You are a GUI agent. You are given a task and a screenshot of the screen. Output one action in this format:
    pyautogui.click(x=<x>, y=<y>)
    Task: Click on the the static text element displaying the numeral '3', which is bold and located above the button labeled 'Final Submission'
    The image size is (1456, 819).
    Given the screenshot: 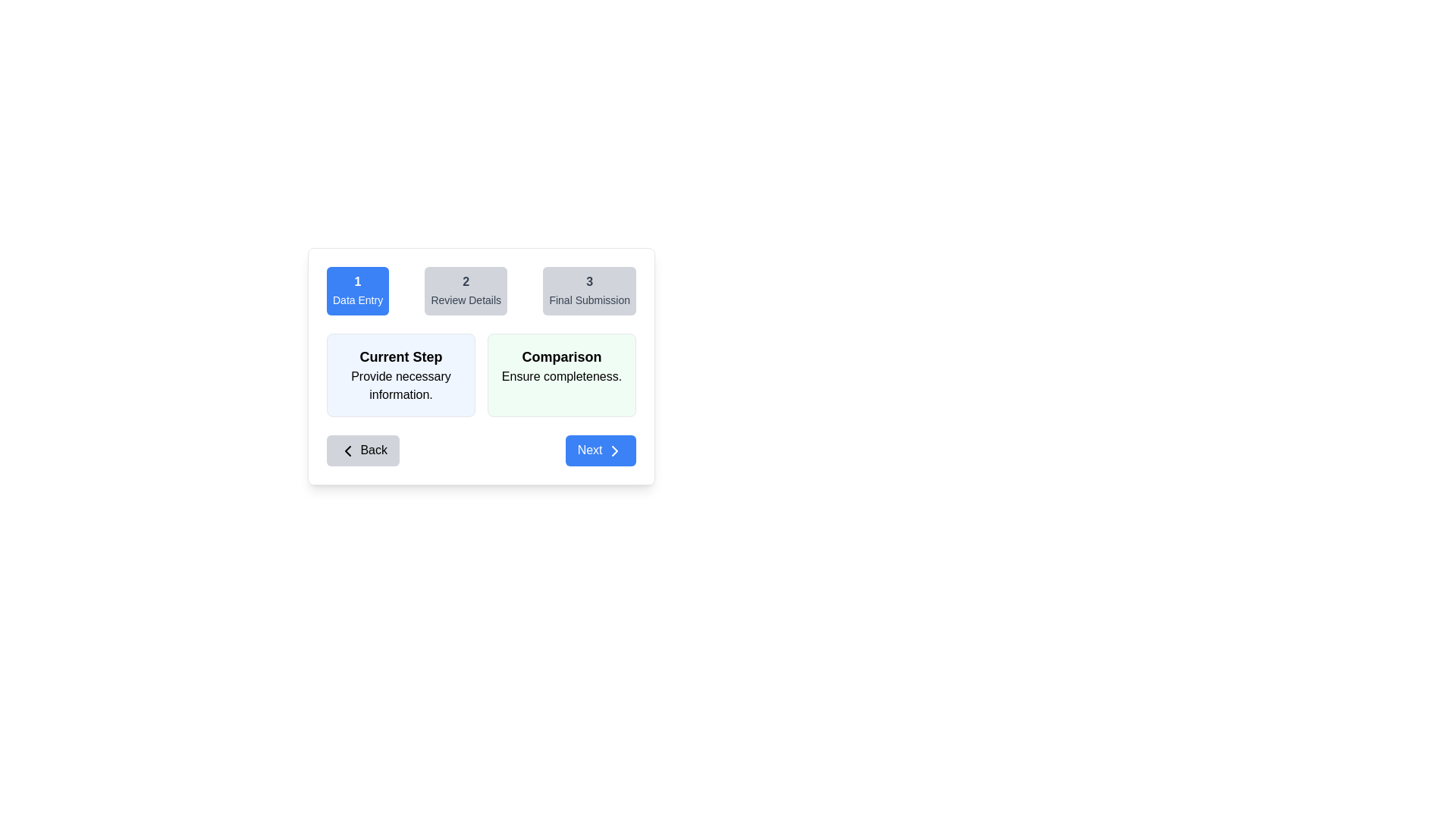 What is the action you would take?
    pyautogui.click(x=588, y=281)
    